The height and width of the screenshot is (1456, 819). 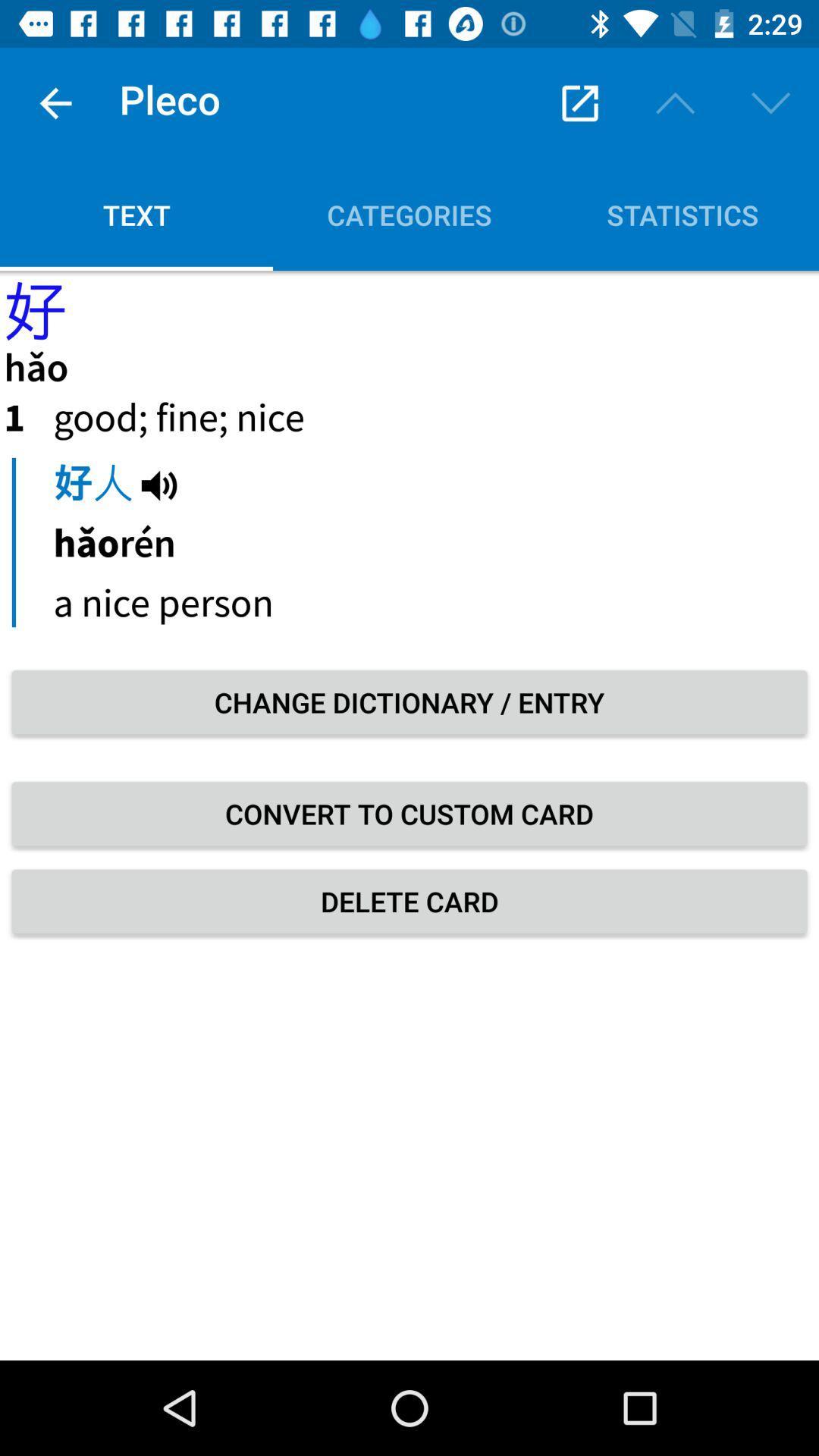 I want to click on the categories item, so click(x=409, y=214).